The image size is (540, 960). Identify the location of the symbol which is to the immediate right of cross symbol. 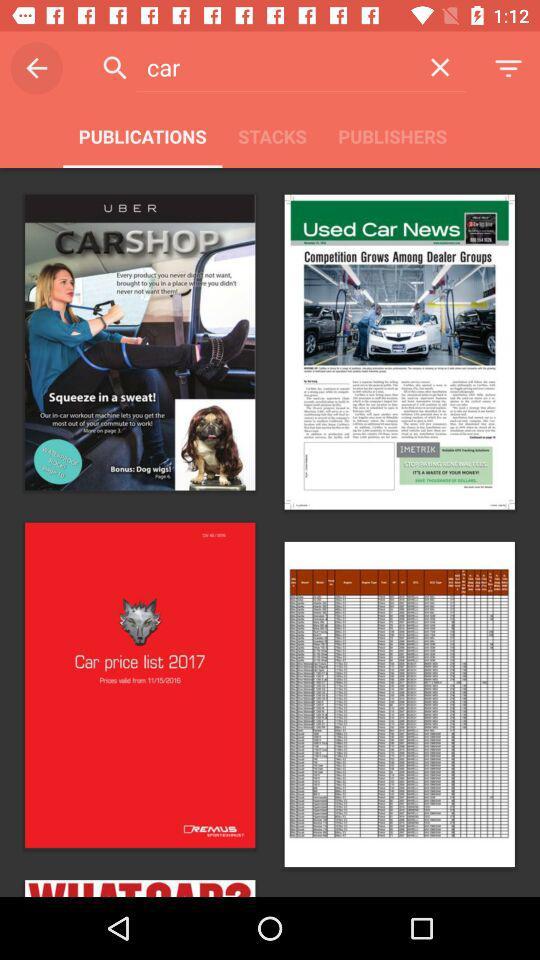
(508, 68).